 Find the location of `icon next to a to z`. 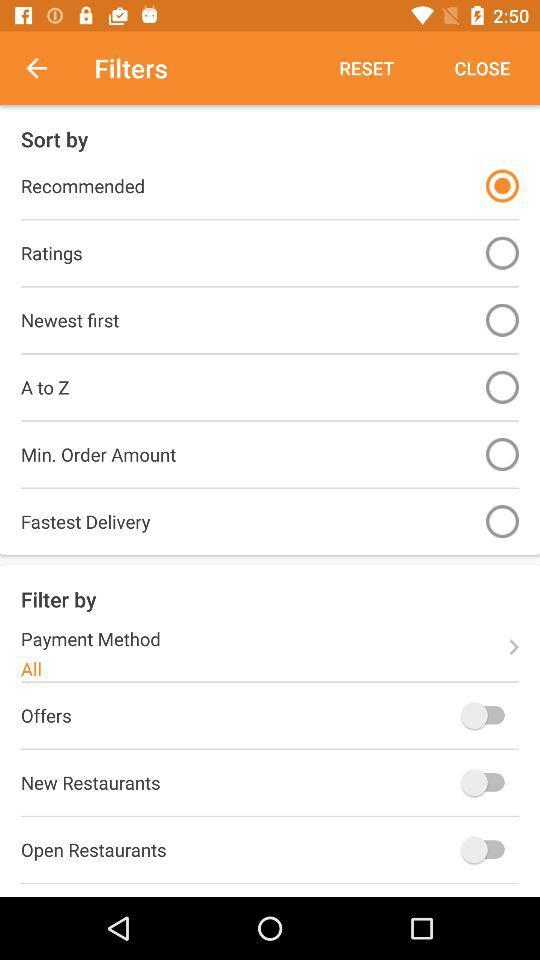

icon next to a to z is located at coordinates (501, 386).